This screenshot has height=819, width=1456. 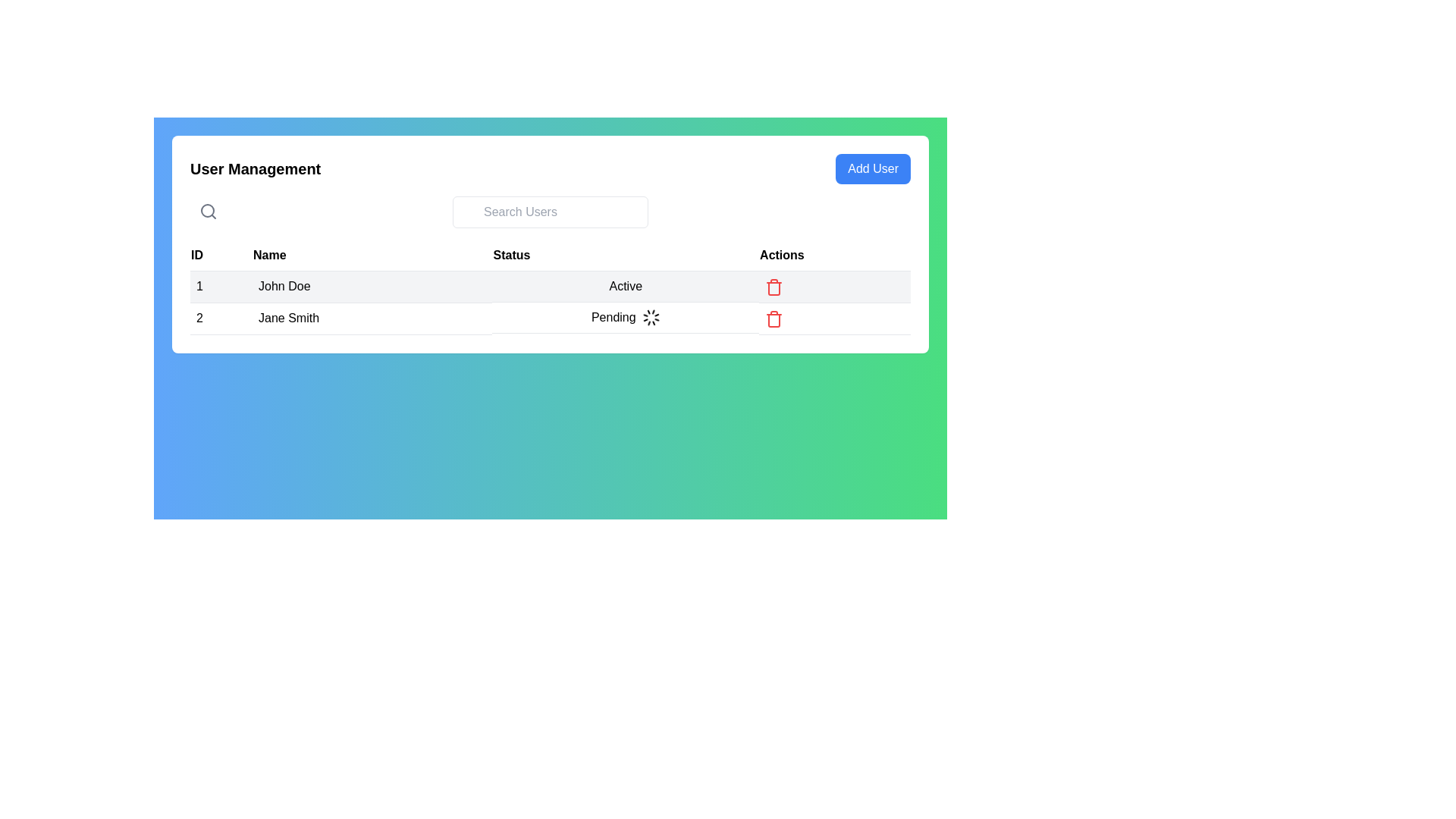 What do you see at coordinates (873, 169) in the screenshot?
I see `the 'Add User' button, which is a rectangular button with rounded corners, blue background, and white text, located at the top-right section of the interface next to 'User Management'` at bounding box center [873, 169].